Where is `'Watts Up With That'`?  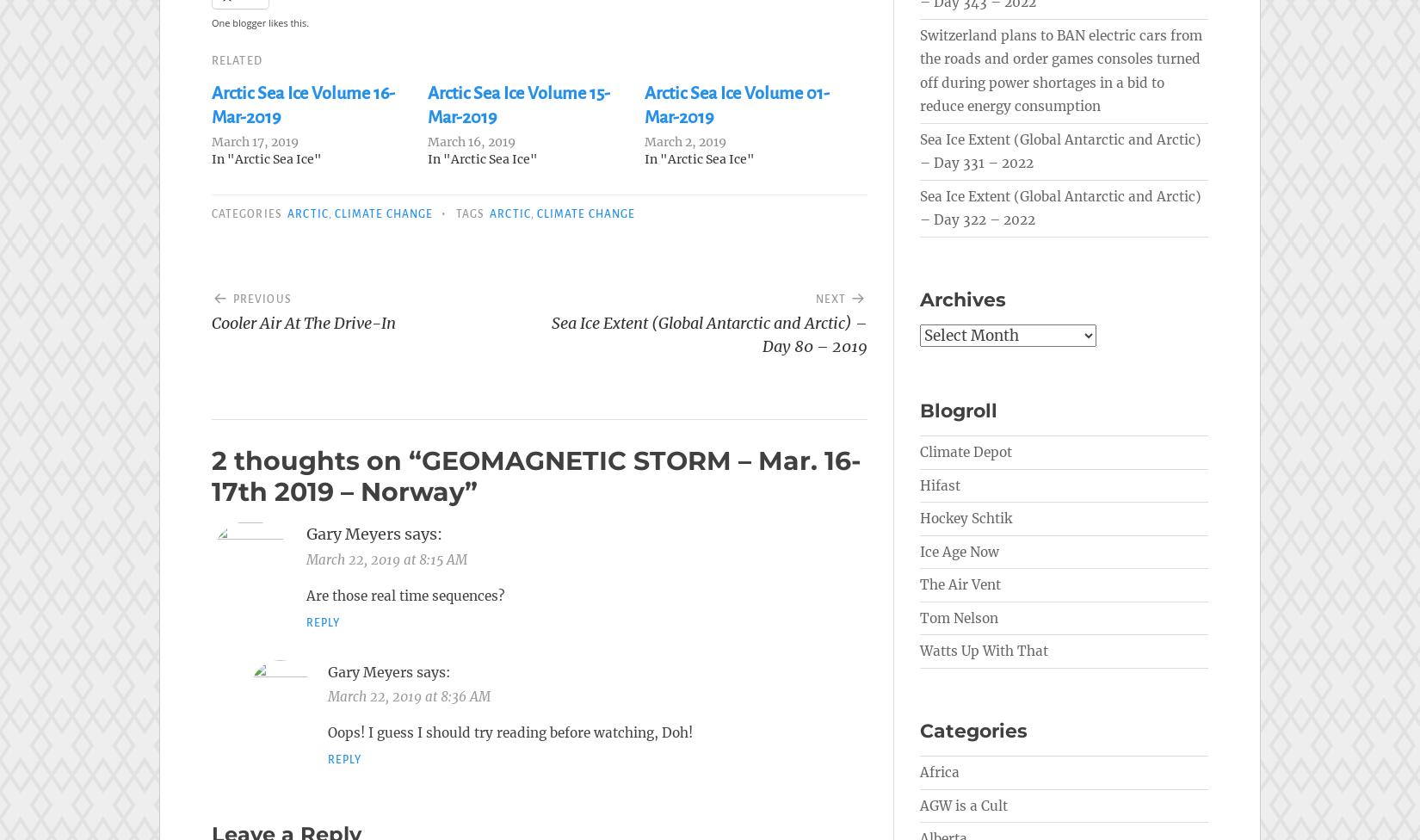 'Watts Up With That' is located at coordinates (920, 651).